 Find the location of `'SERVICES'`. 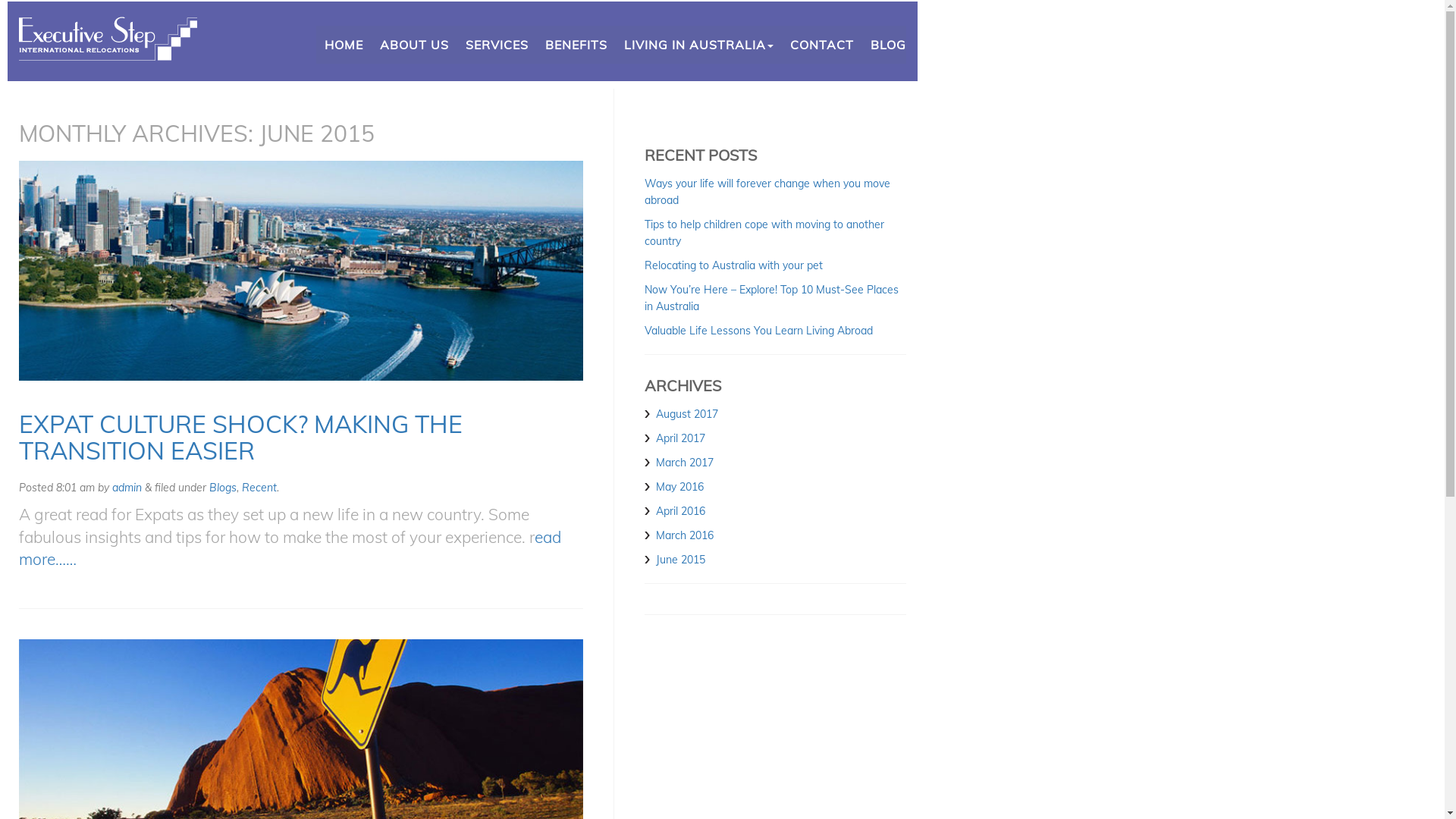

'SERVICES' is located at coordinates (497, 43).